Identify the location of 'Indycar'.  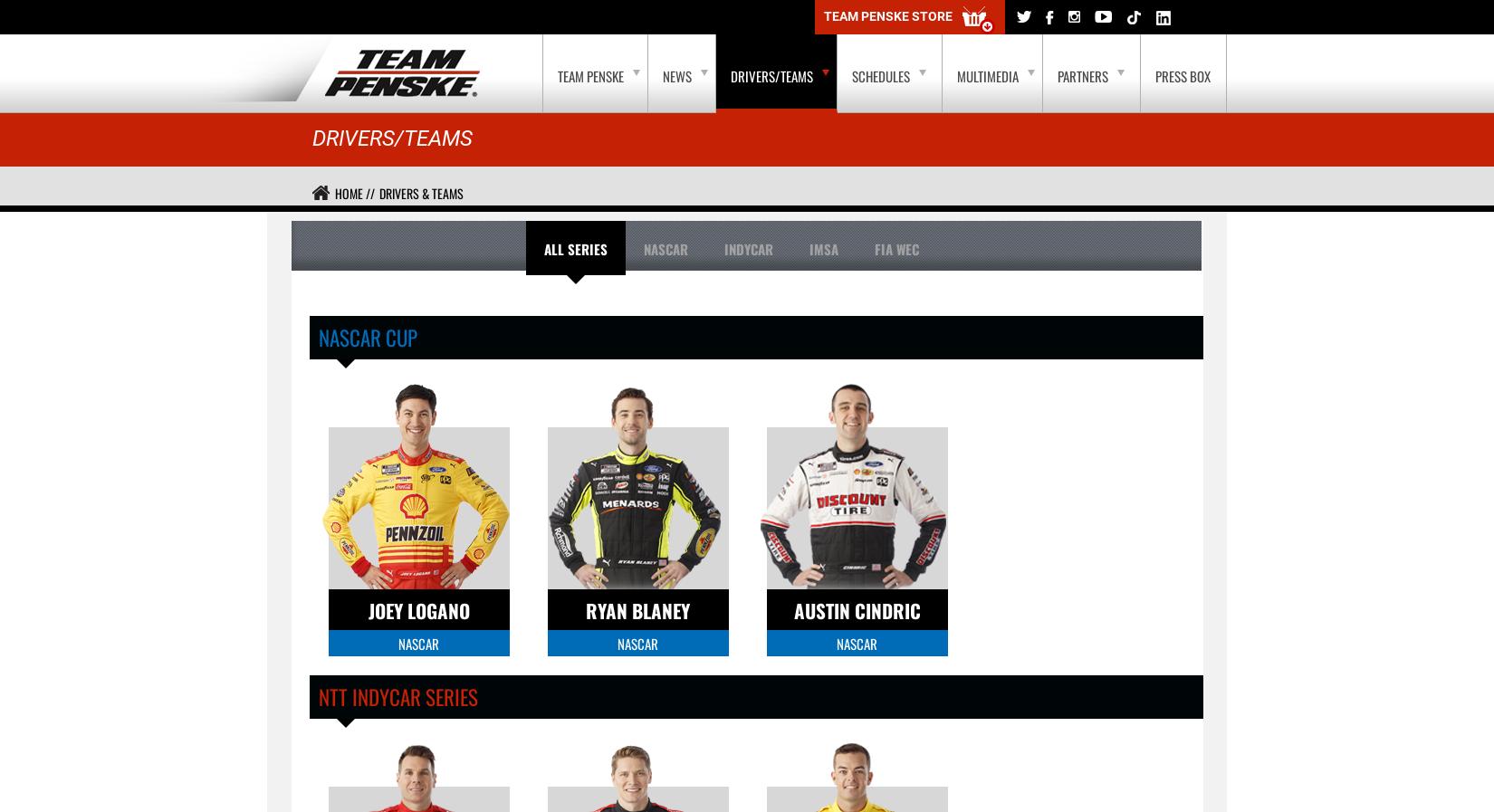
(747, 248).